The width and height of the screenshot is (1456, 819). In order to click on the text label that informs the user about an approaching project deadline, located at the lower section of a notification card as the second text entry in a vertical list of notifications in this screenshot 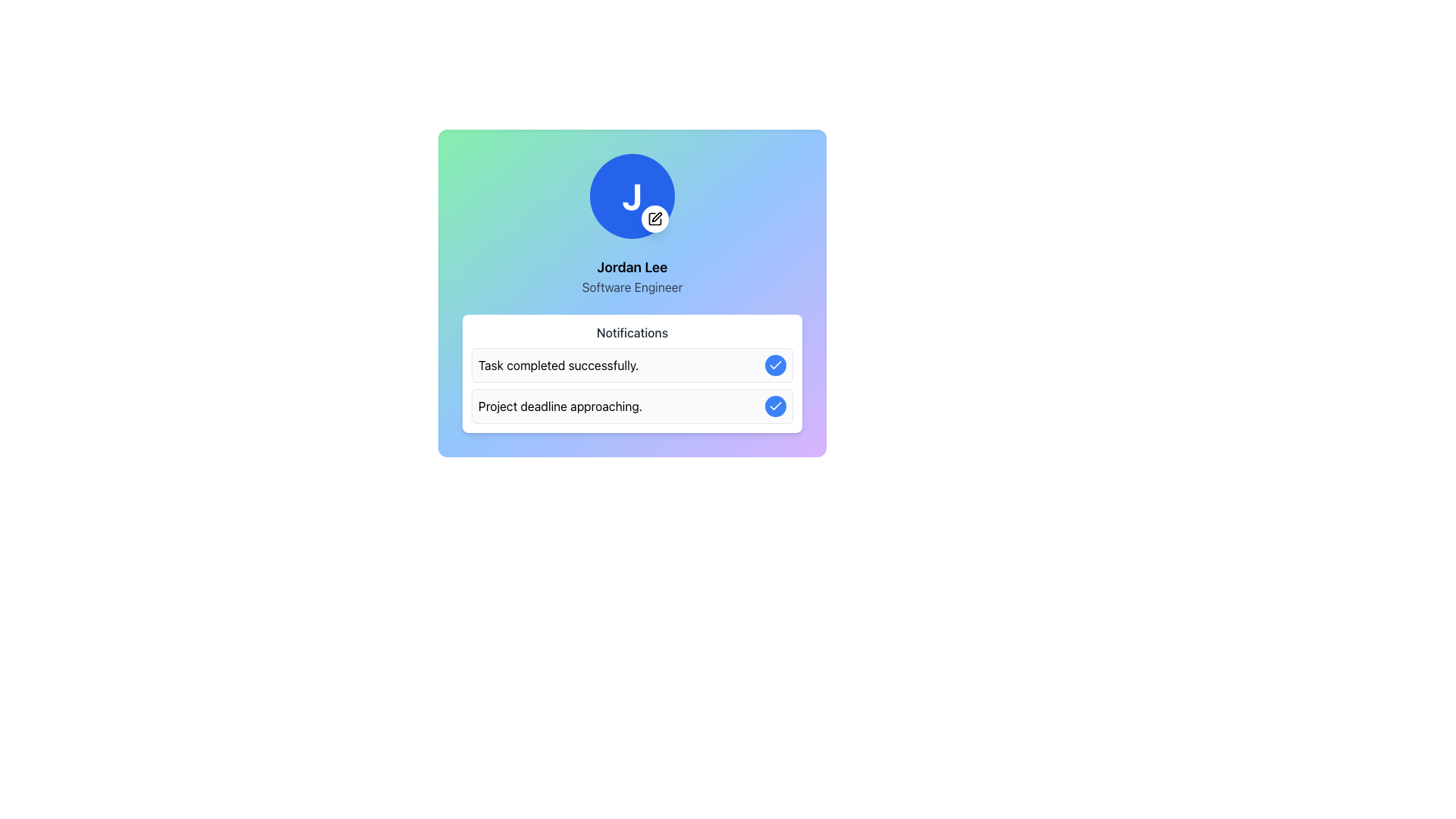, I will do `click(560, 406)`.